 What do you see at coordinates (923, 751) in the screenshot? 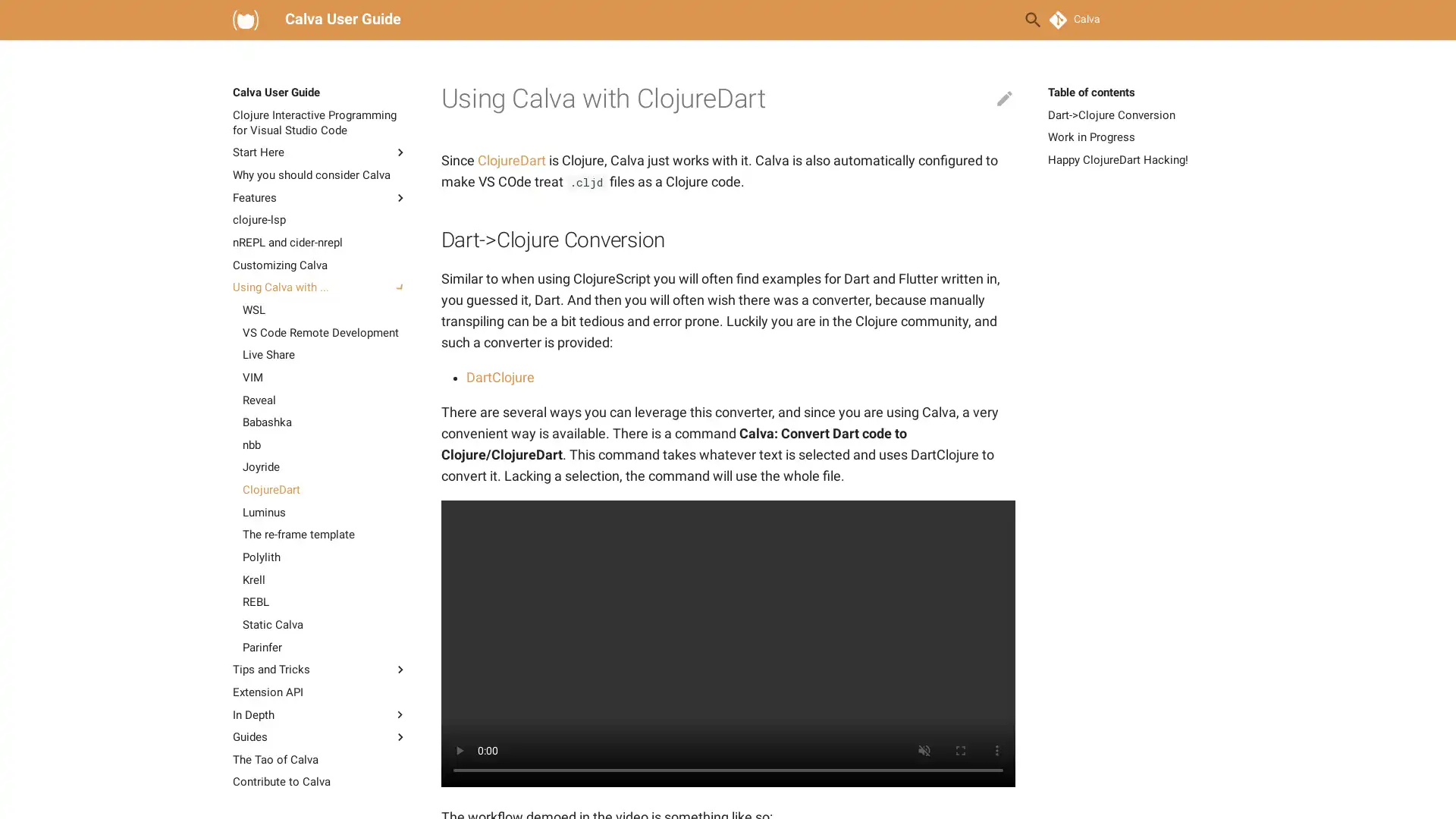
I see `unmute` at bounding box center [923, 751].